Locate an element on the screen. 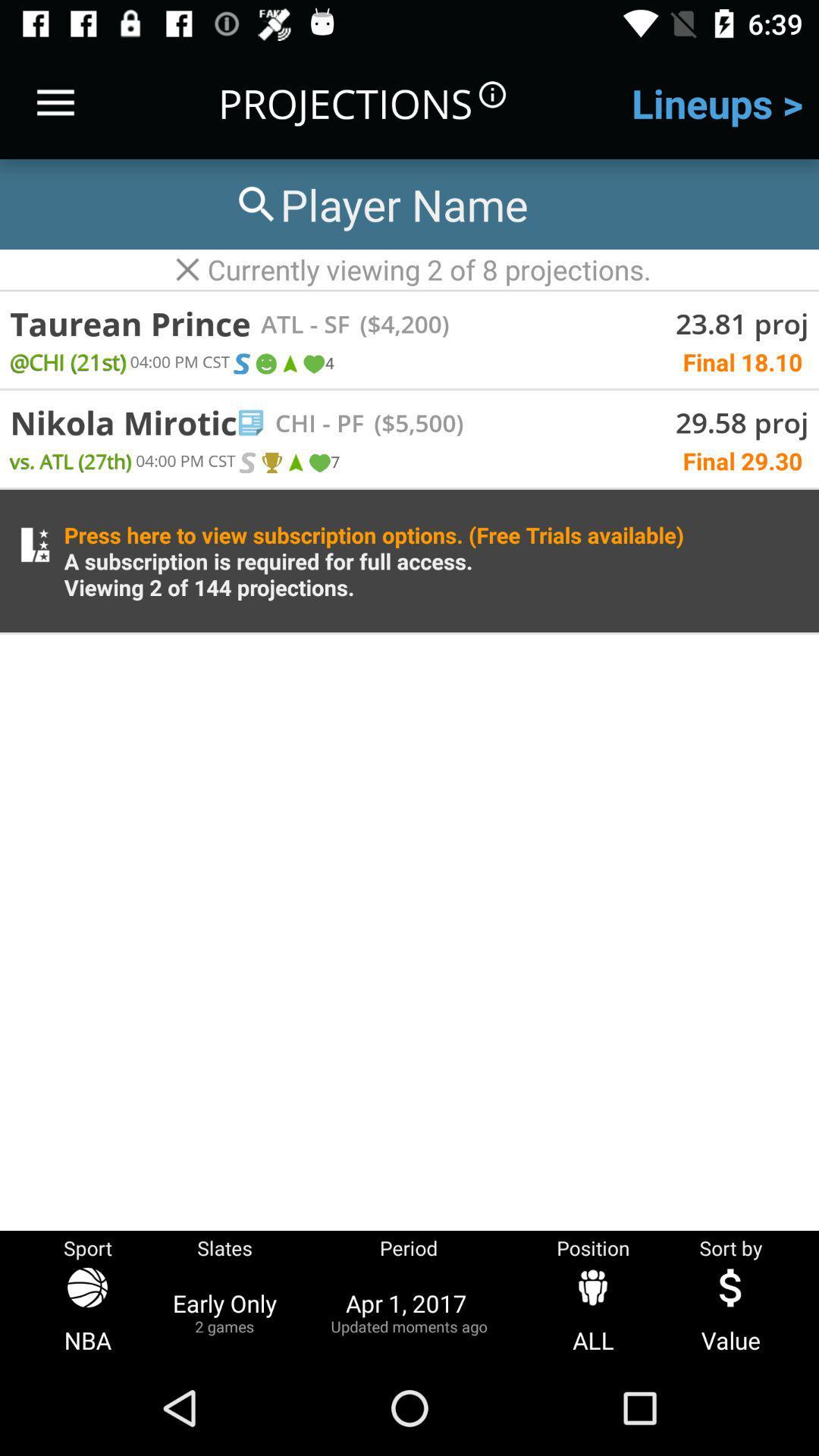  the  first option after the text 21st0400 pm cst is located at coordinates (241, 364).